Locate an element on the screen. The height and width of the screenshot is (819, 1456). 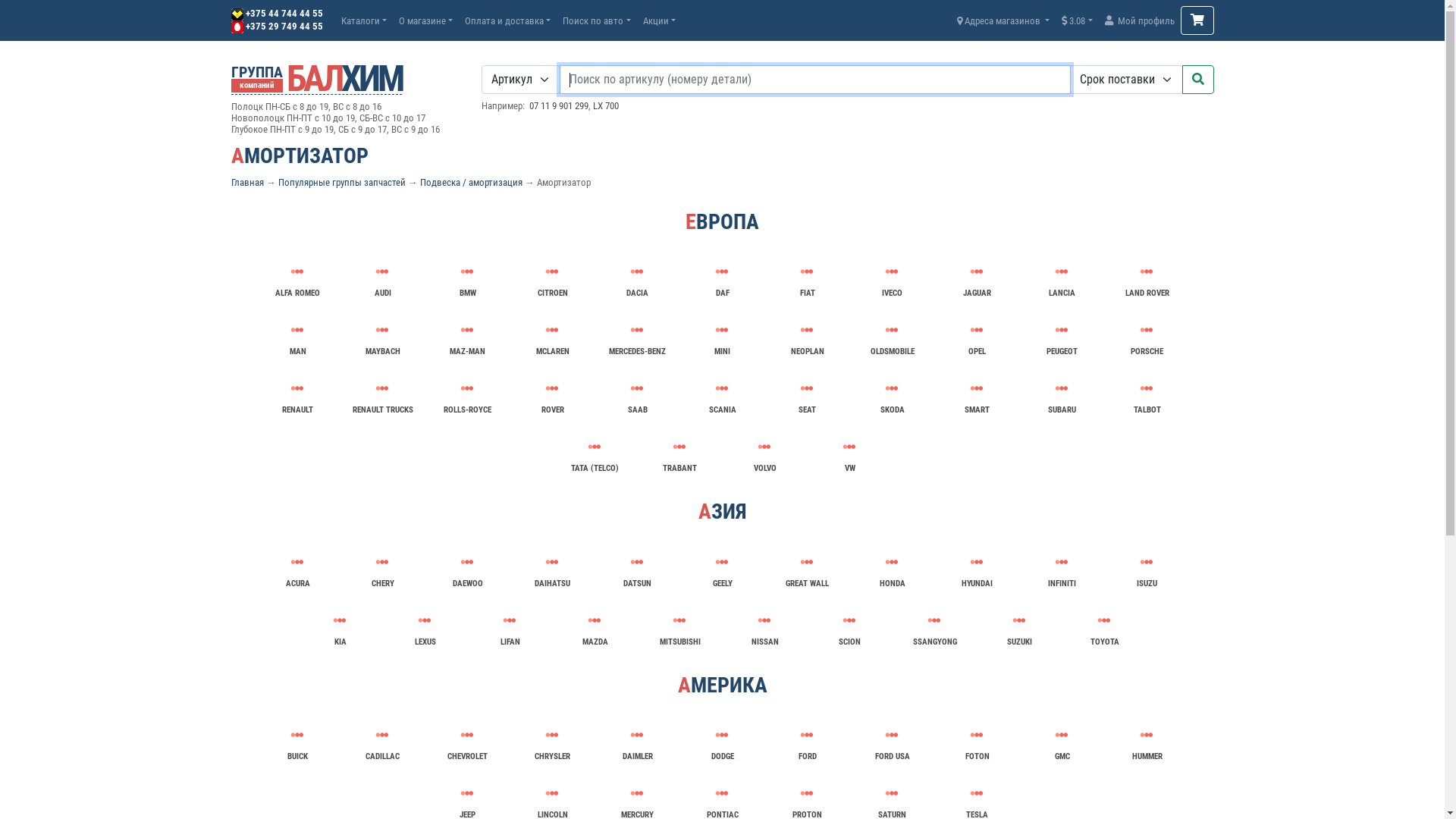
'SUZUKI' is located at coordinates (1019, 620).